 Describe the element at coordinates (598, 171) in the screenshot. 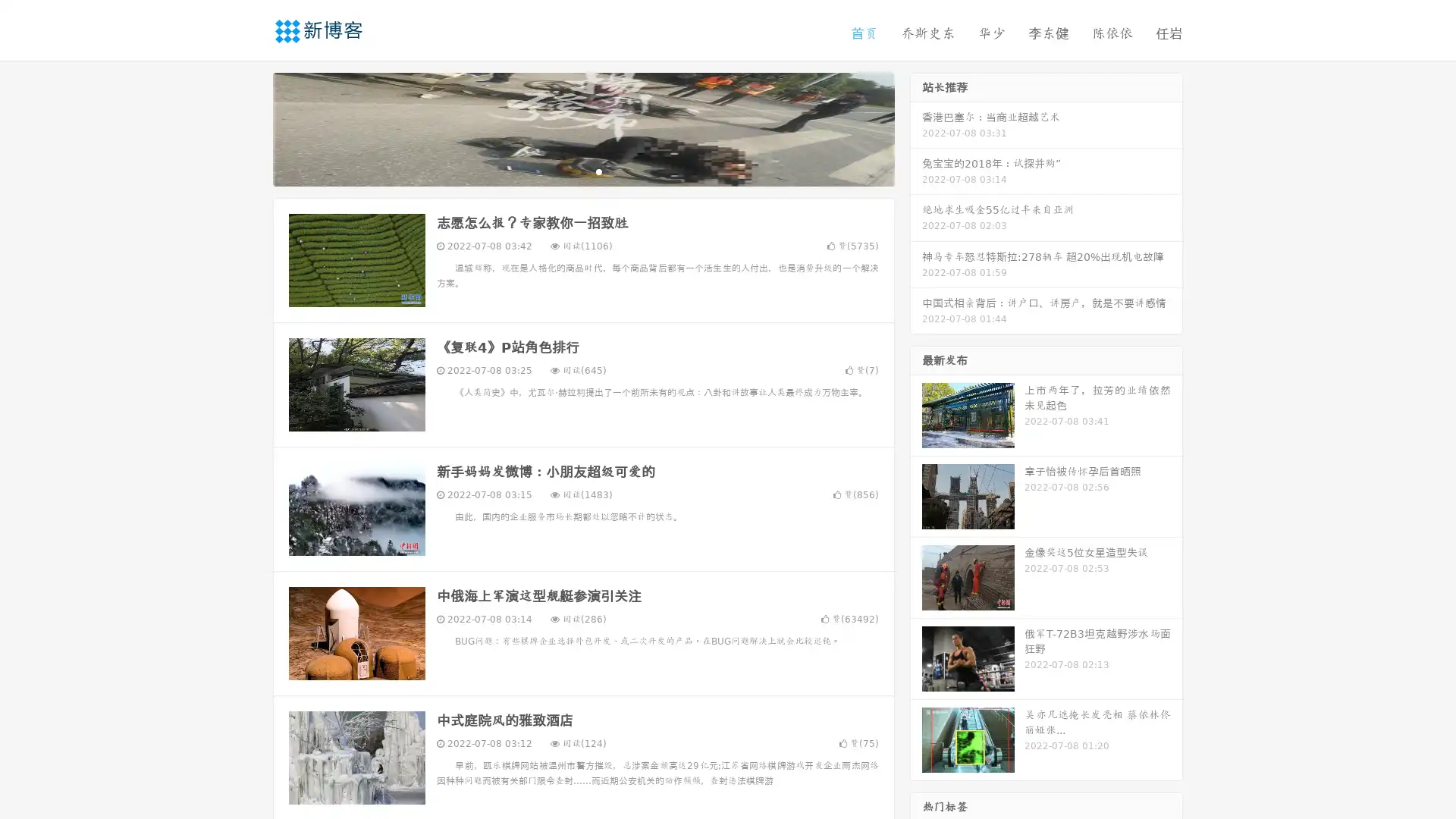

I see `Go to slide 3` at that location.